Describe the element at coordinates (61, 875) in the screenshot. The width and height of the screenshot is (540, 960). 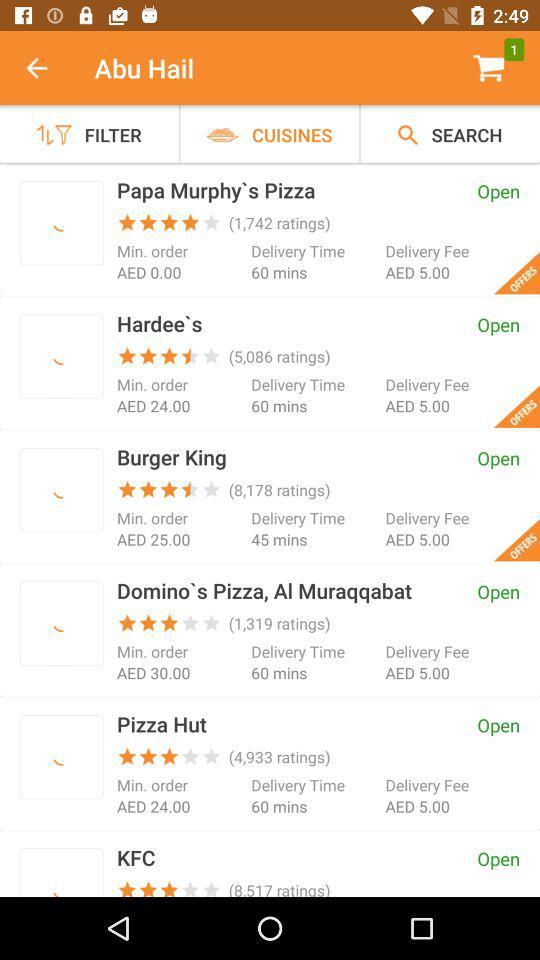
I see `restaurant` at that location.